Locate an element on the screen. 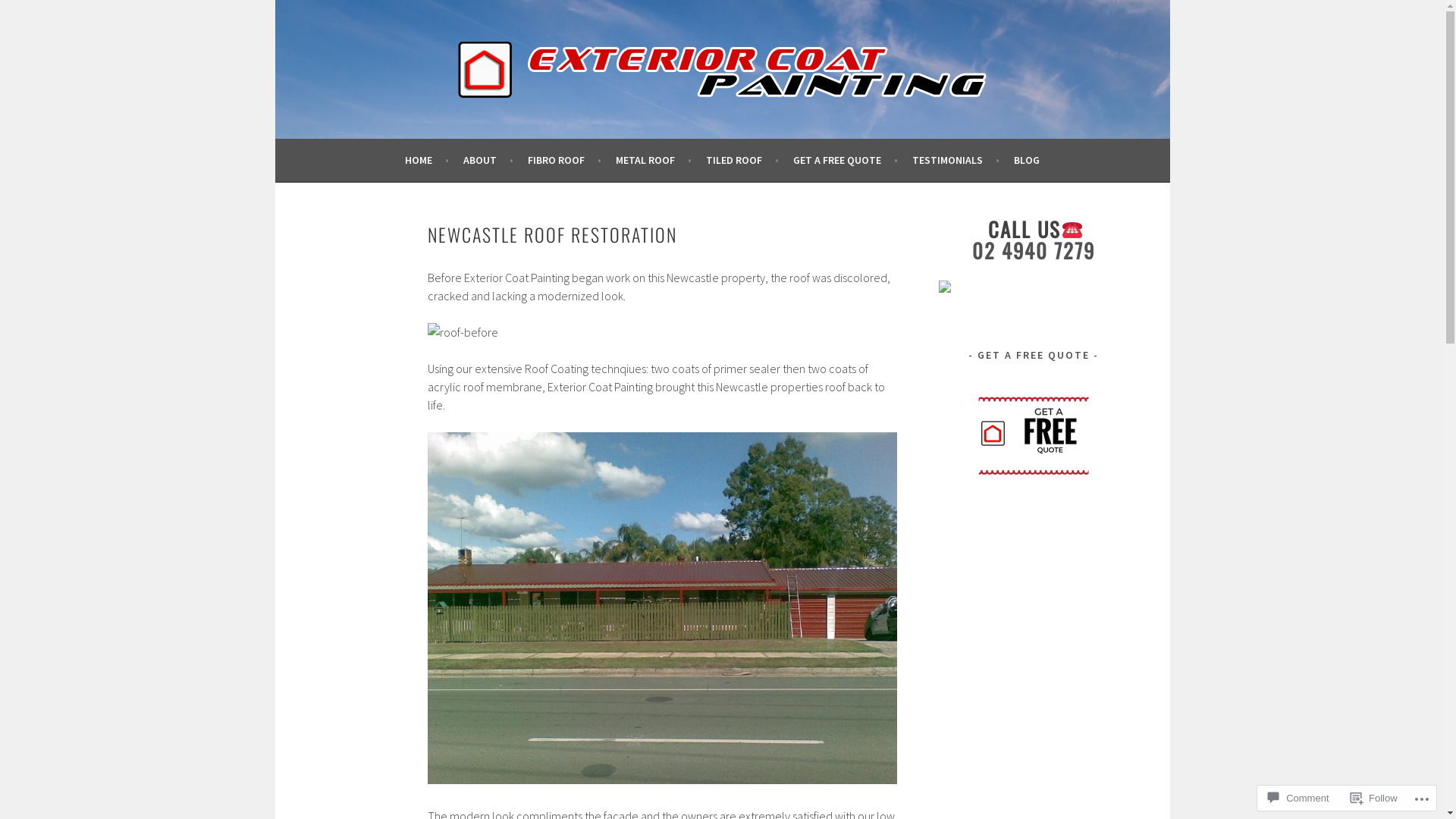  'Follow' is located at coordinates (1374, 797).